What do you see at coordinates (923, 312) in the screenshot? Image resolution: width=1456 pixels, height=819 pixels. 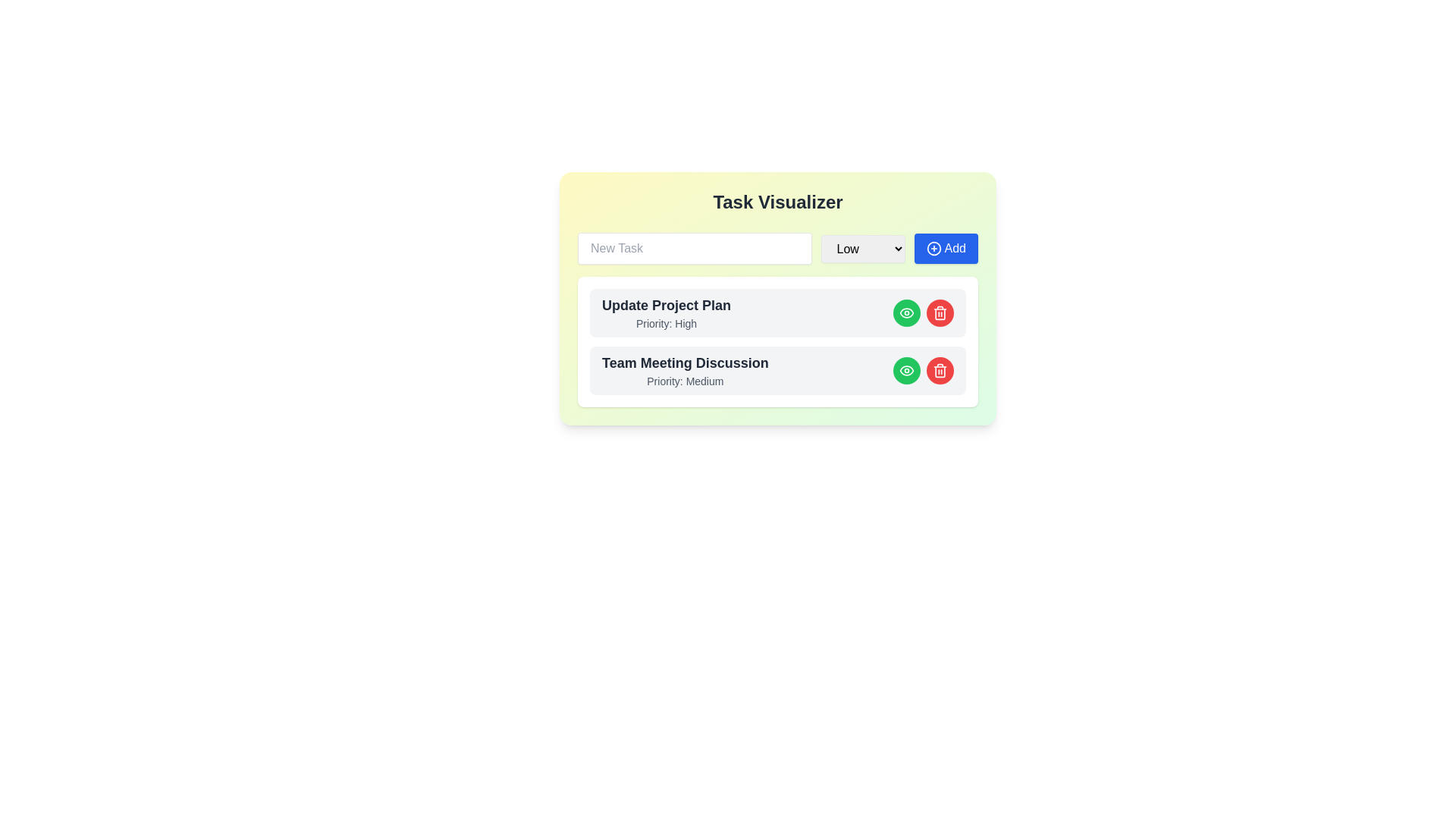 I see `the green action button containing an eye icon located in the group of action buttons at the rightmost side of the task row labeled 'Update Project Plan - Priority: High.'` at bounding box center [923, 312].